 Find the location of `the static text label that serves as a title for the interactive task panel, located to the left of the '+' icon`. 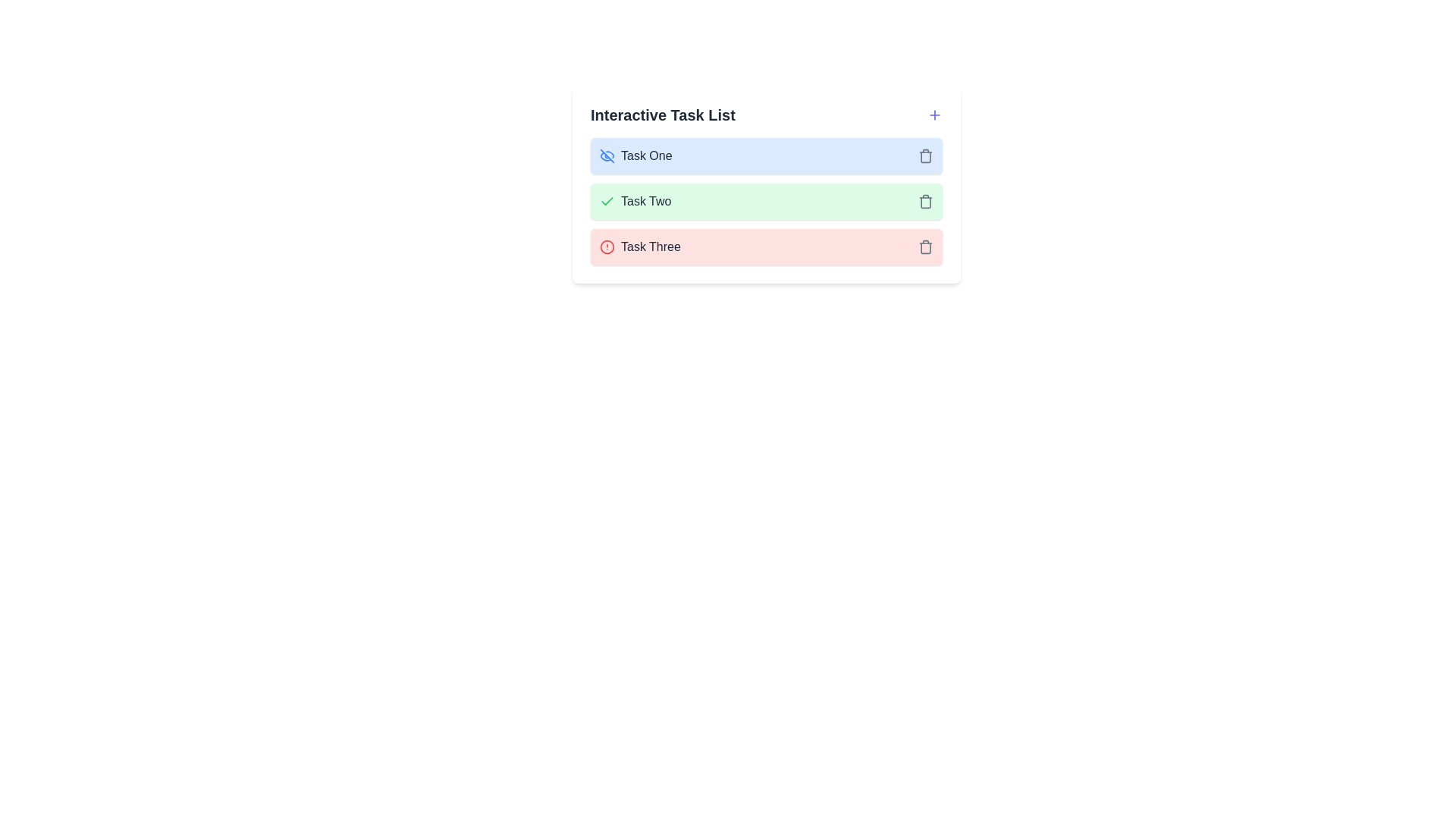

the static text label that serves as a title for the interactive task panel, located to the left of the '+' icon is located at coordinates (663, 114).